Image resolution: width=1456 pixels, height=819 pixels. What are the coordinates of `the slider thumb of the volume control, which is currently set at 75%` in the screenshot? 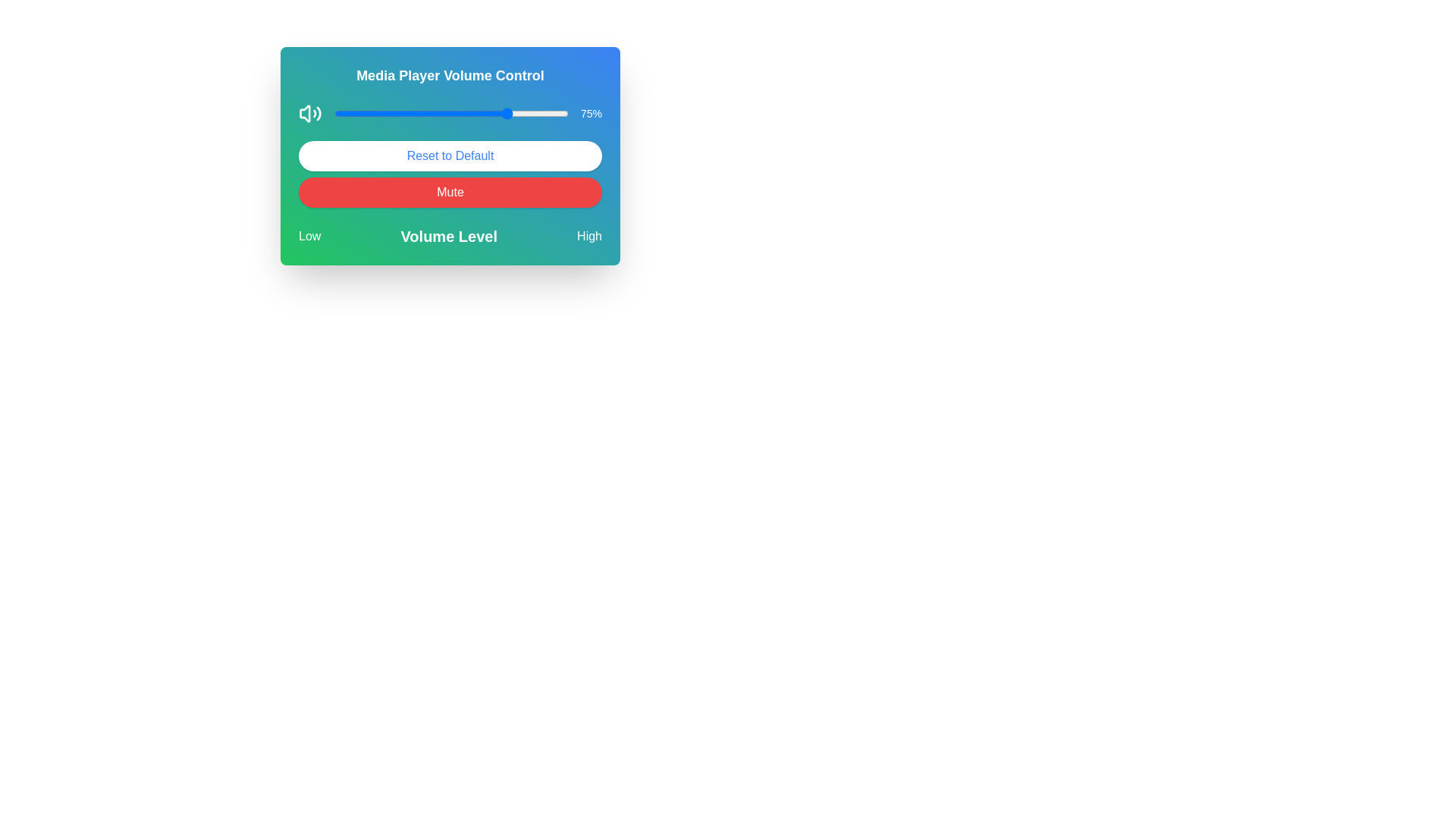 It's located at (450, 113).